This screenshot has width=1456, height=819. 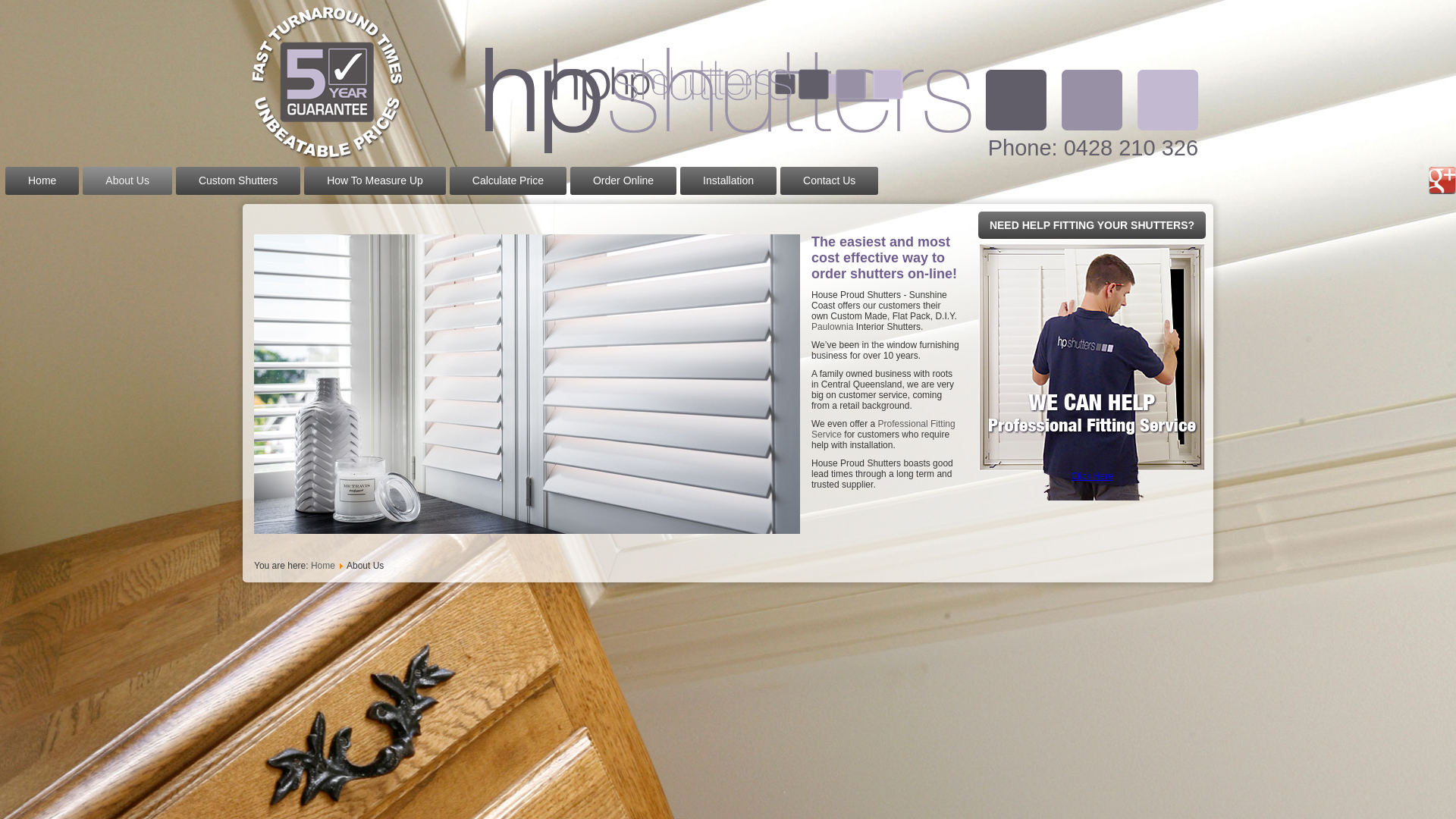 What do you see at coordinates (243, 8) in the screenshot?
I see `'House Proud Shutters'` at bounding box center [243, 8].